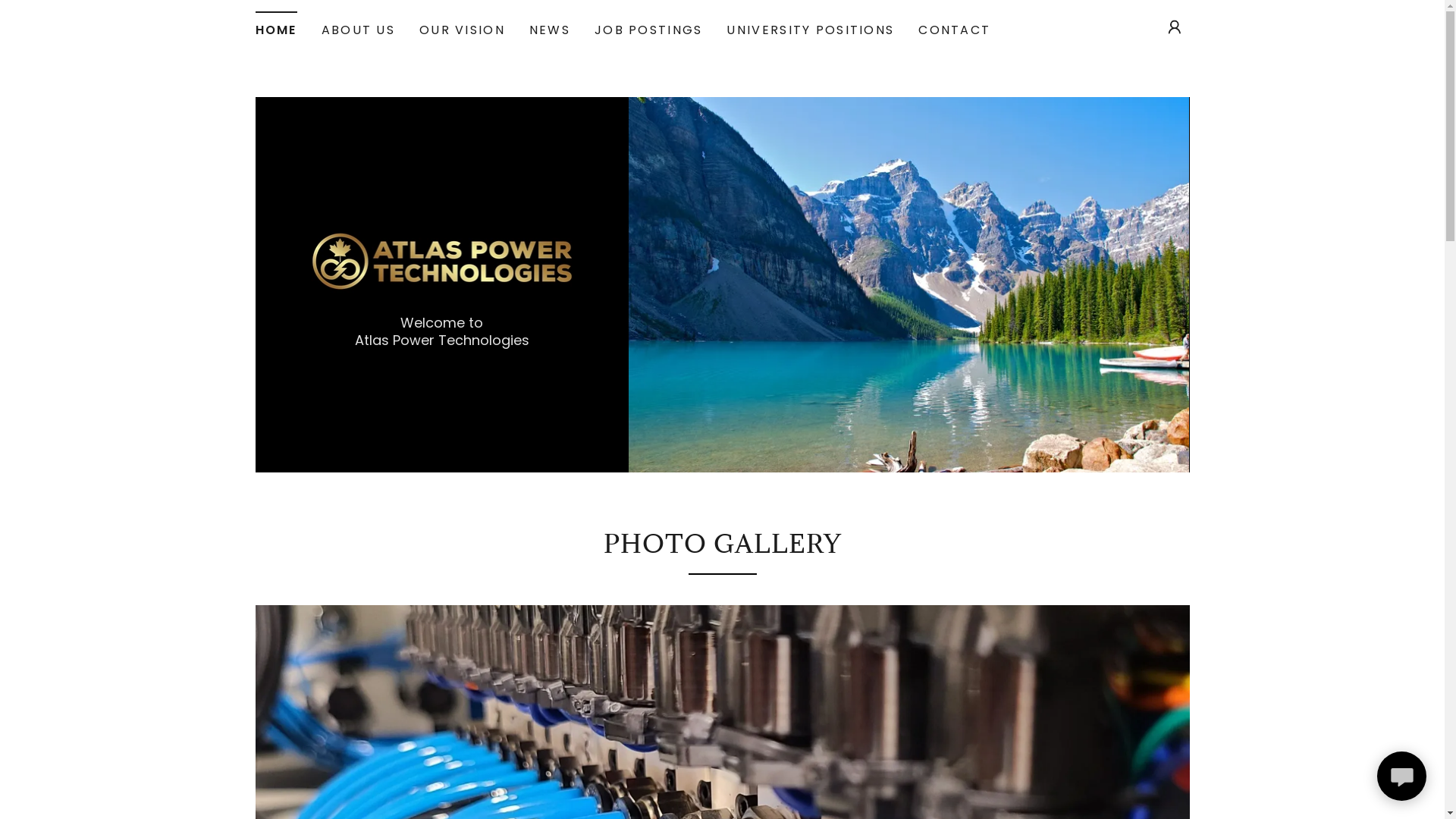  I want to click on 'Atlas Power Generation', so click(441, 259).